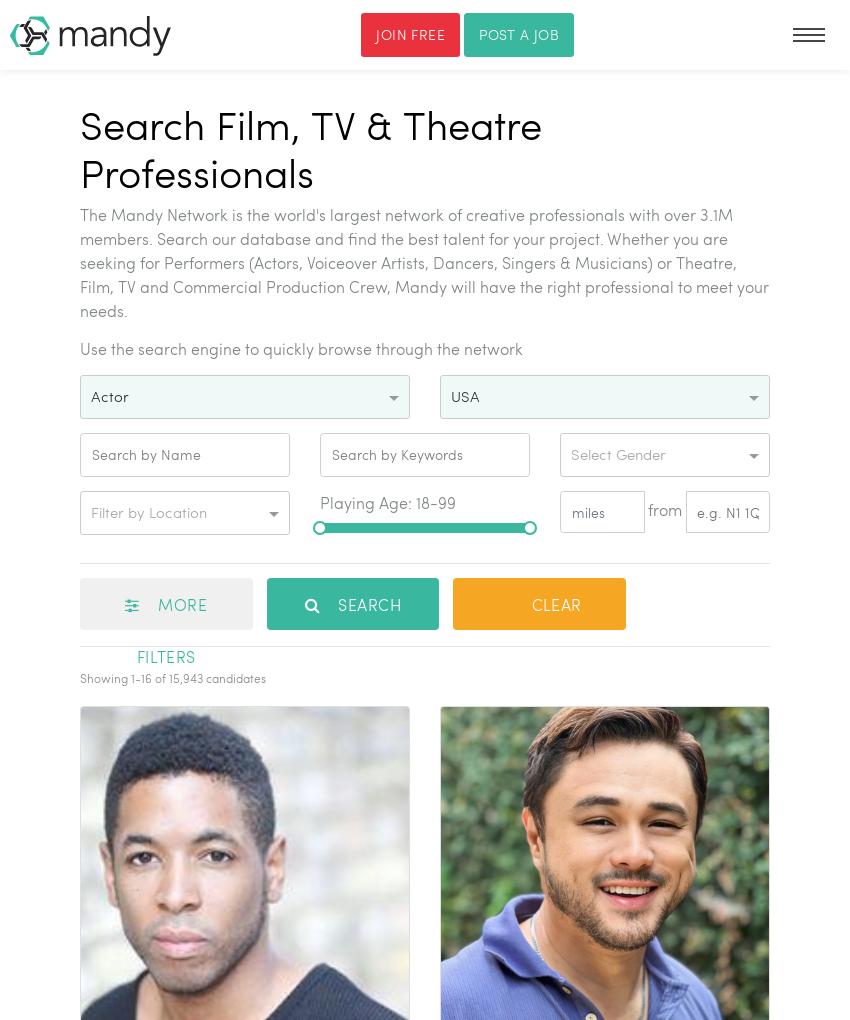  Describe the element at coordinates (434, 502) in the screenshot. I see `'18-99'` at that location.